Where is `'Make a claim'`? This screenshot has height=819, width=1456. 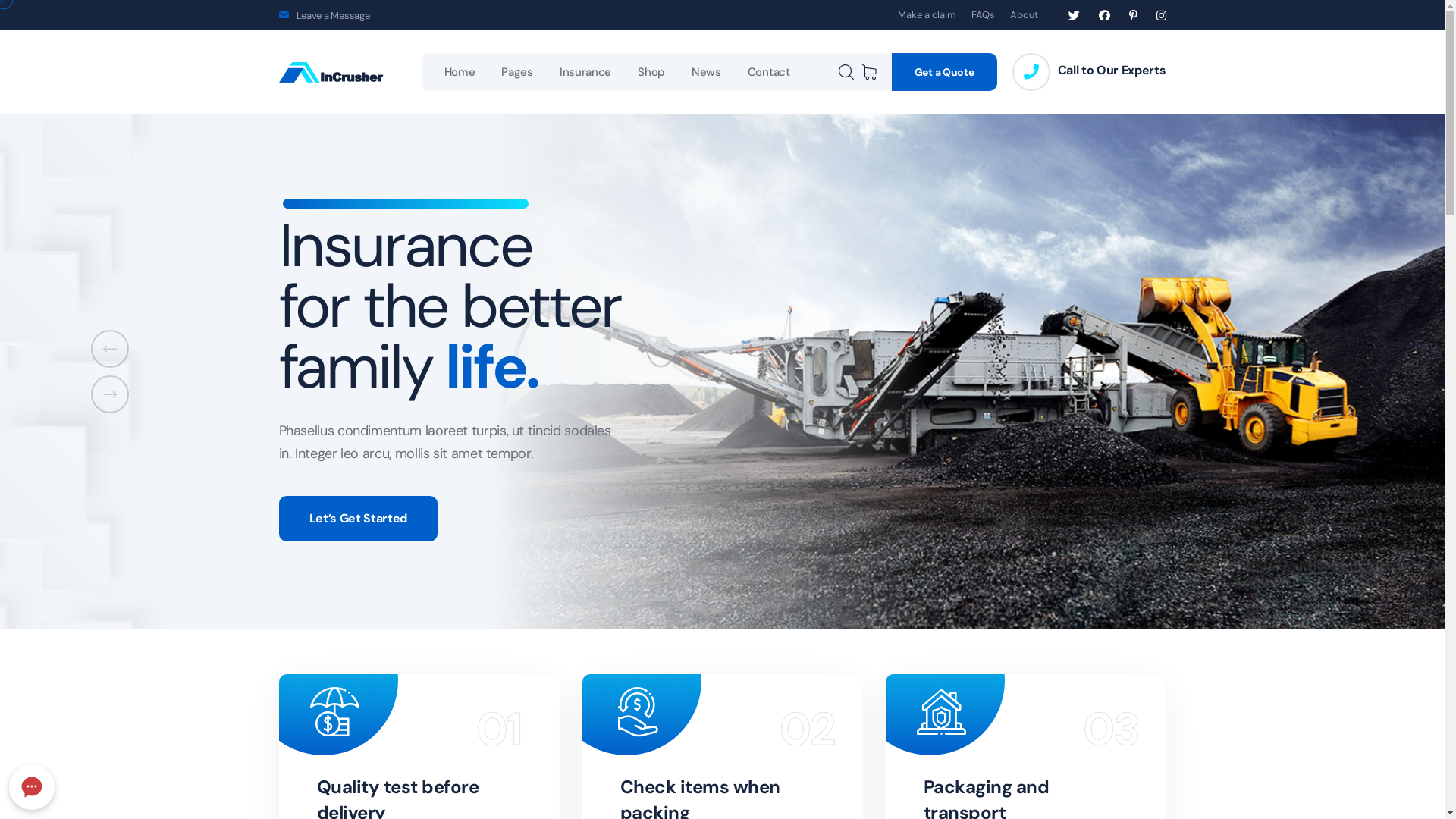
'Make a claim' is located at coordinates (926, 14).